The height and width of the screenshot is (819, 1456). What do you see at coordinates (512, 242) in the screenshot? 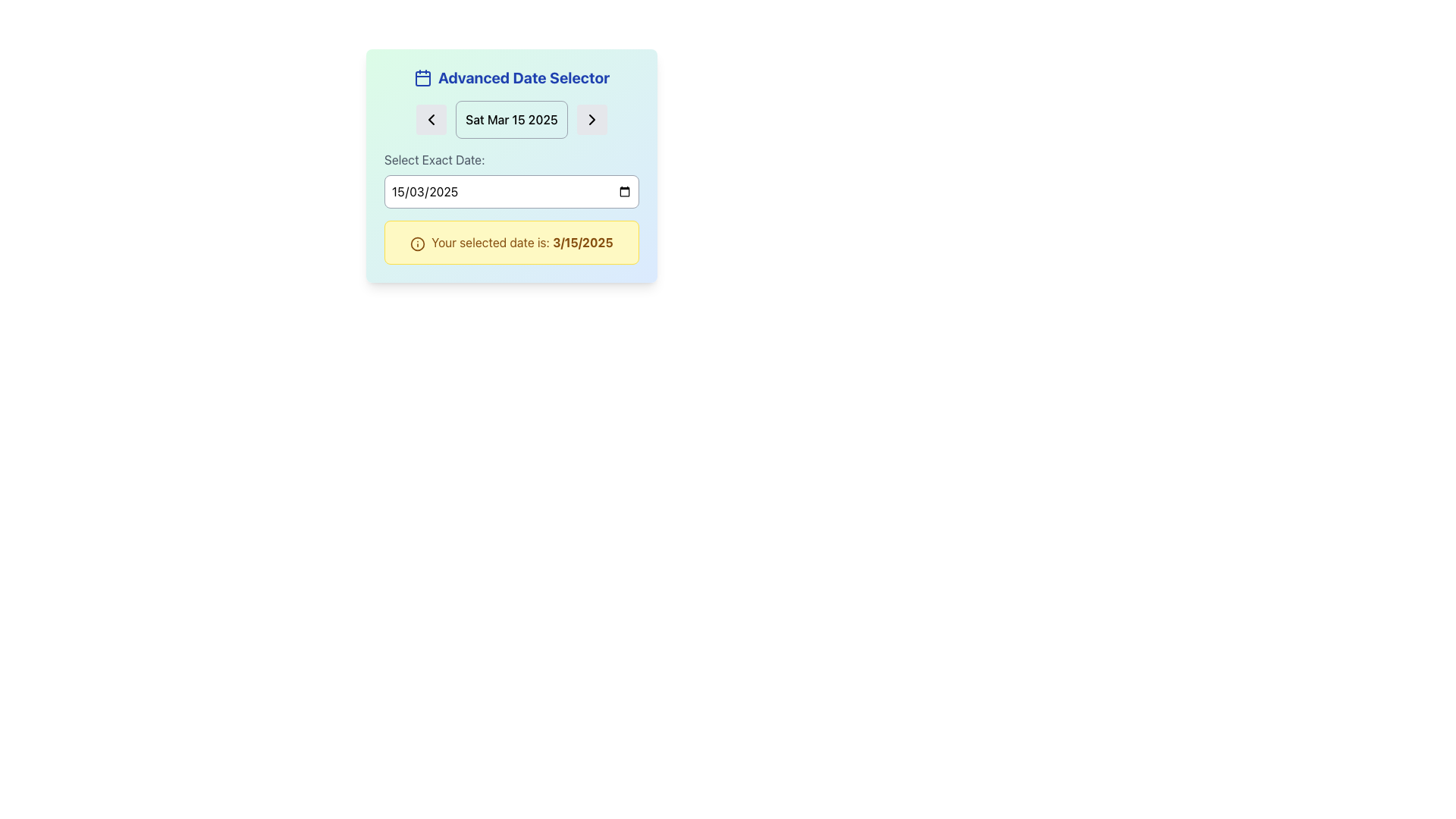
I see `text from the yellow box with rounded corners that contains the message 'Your selected date is: 3/15/2025' in bold brown text, located in the date selector interface under 'Select Exact Date'` at bounding box center [512, 242].